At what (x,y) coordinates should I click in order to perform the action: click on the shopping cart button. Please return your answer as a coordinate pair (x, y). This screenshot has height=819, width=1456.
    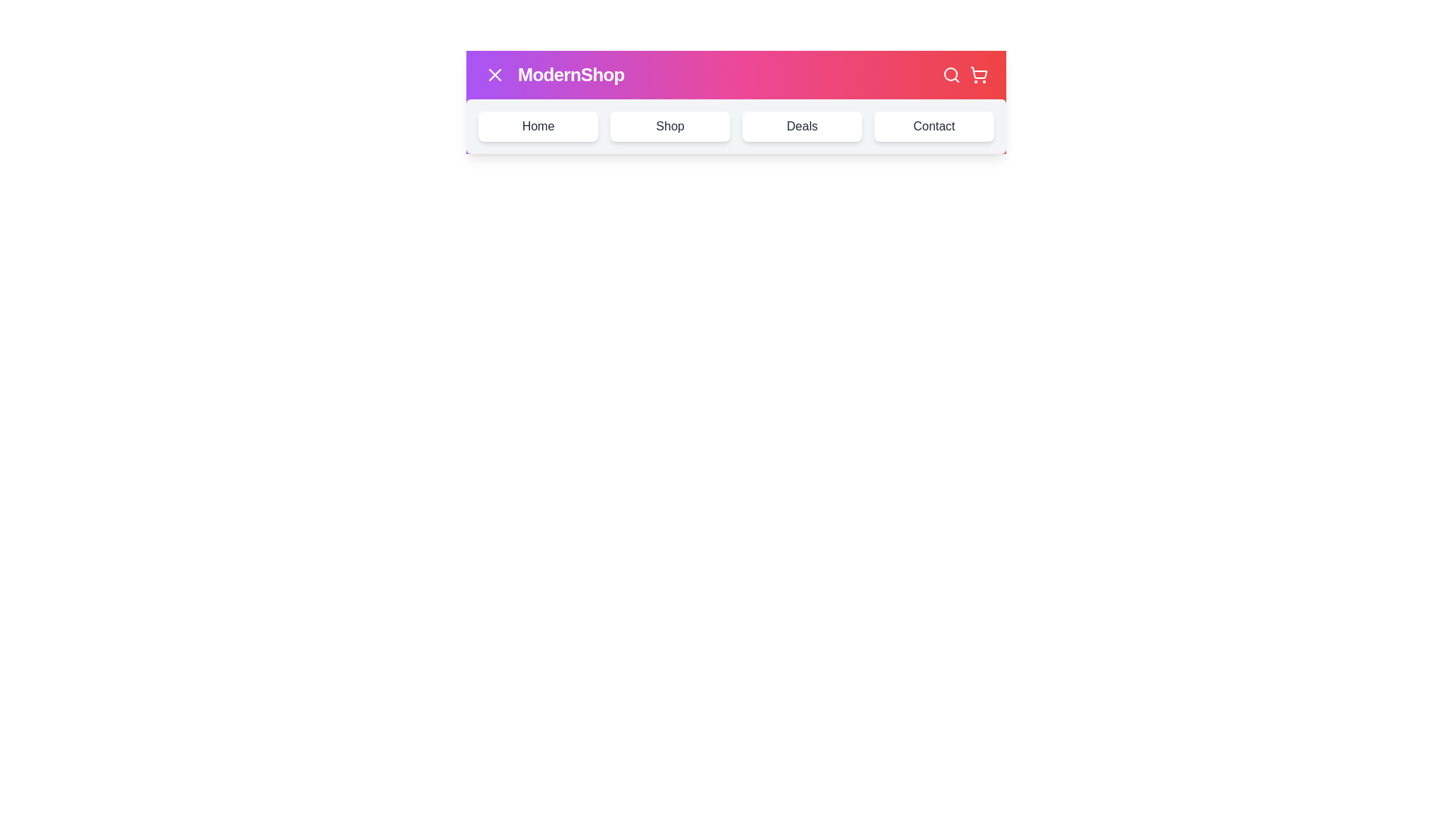
    Looking at the image, I should click on (979, 75).